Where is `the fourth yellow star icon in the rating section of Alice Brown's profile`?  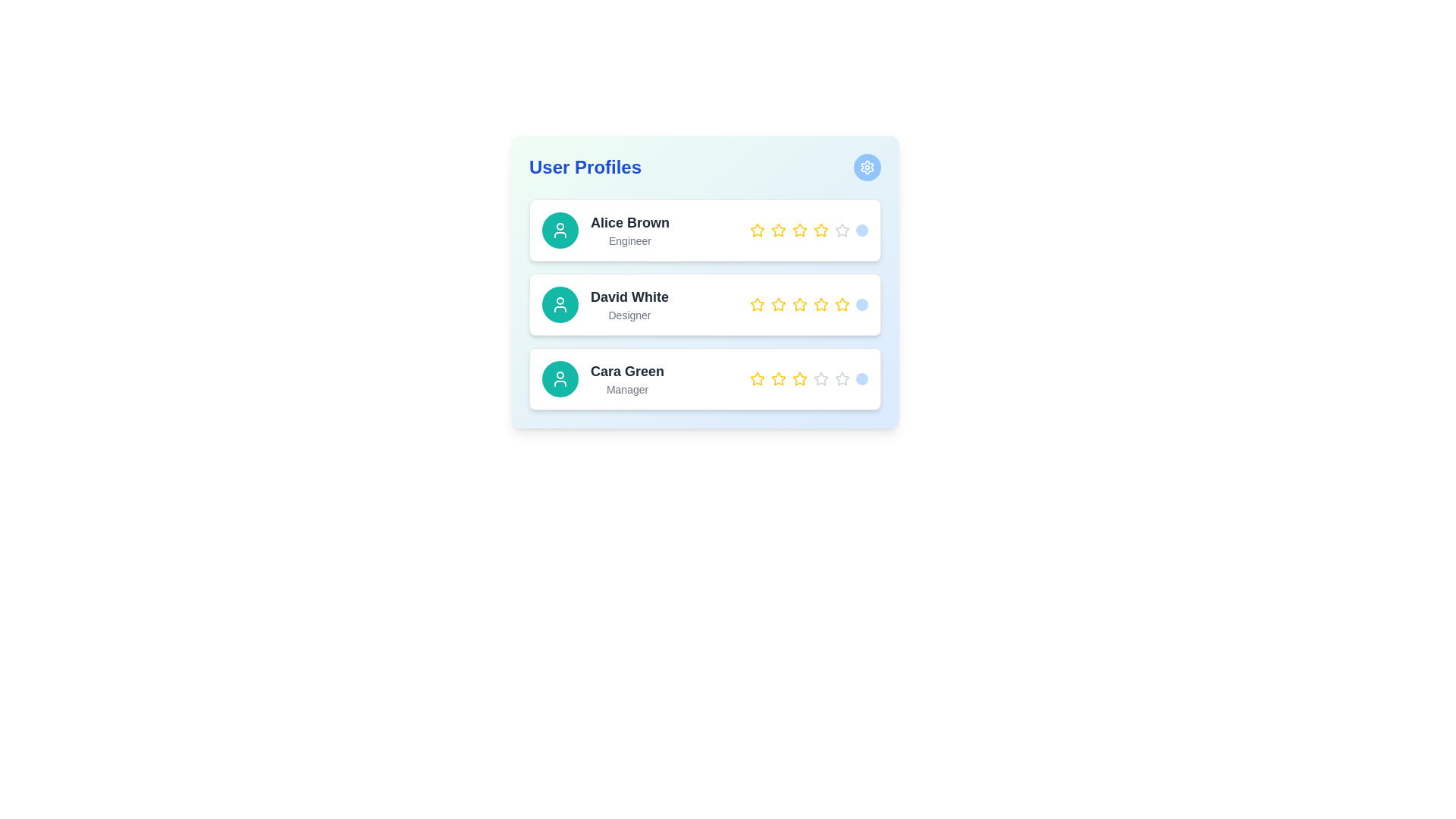
the fourth yellow star icon in the rating section of Alice Brown's profile is located at coordinates (799, 231).